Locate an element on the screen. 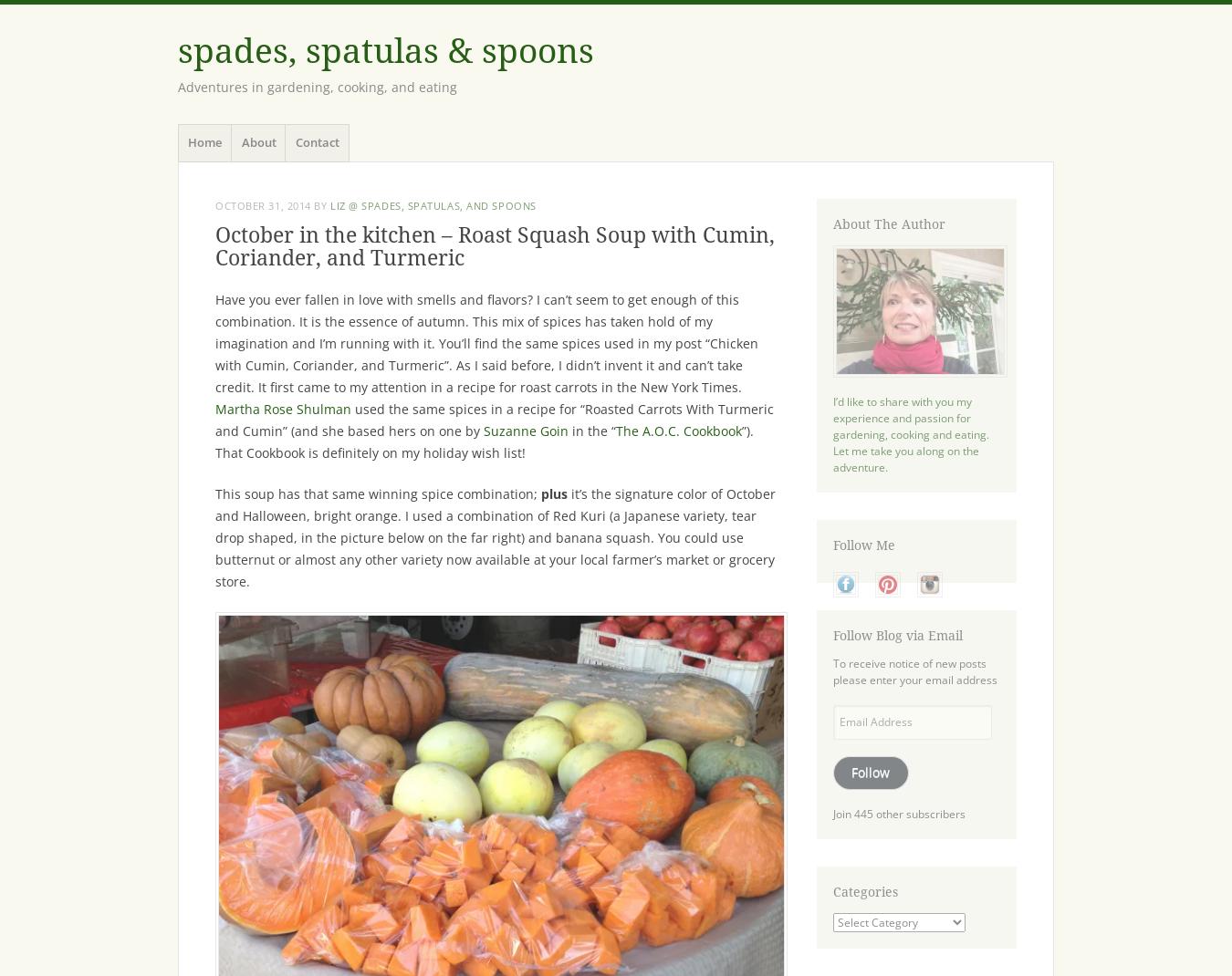 The image size is (1232, 976). 'October 31, 2014' is located at coordinates (261, 204).